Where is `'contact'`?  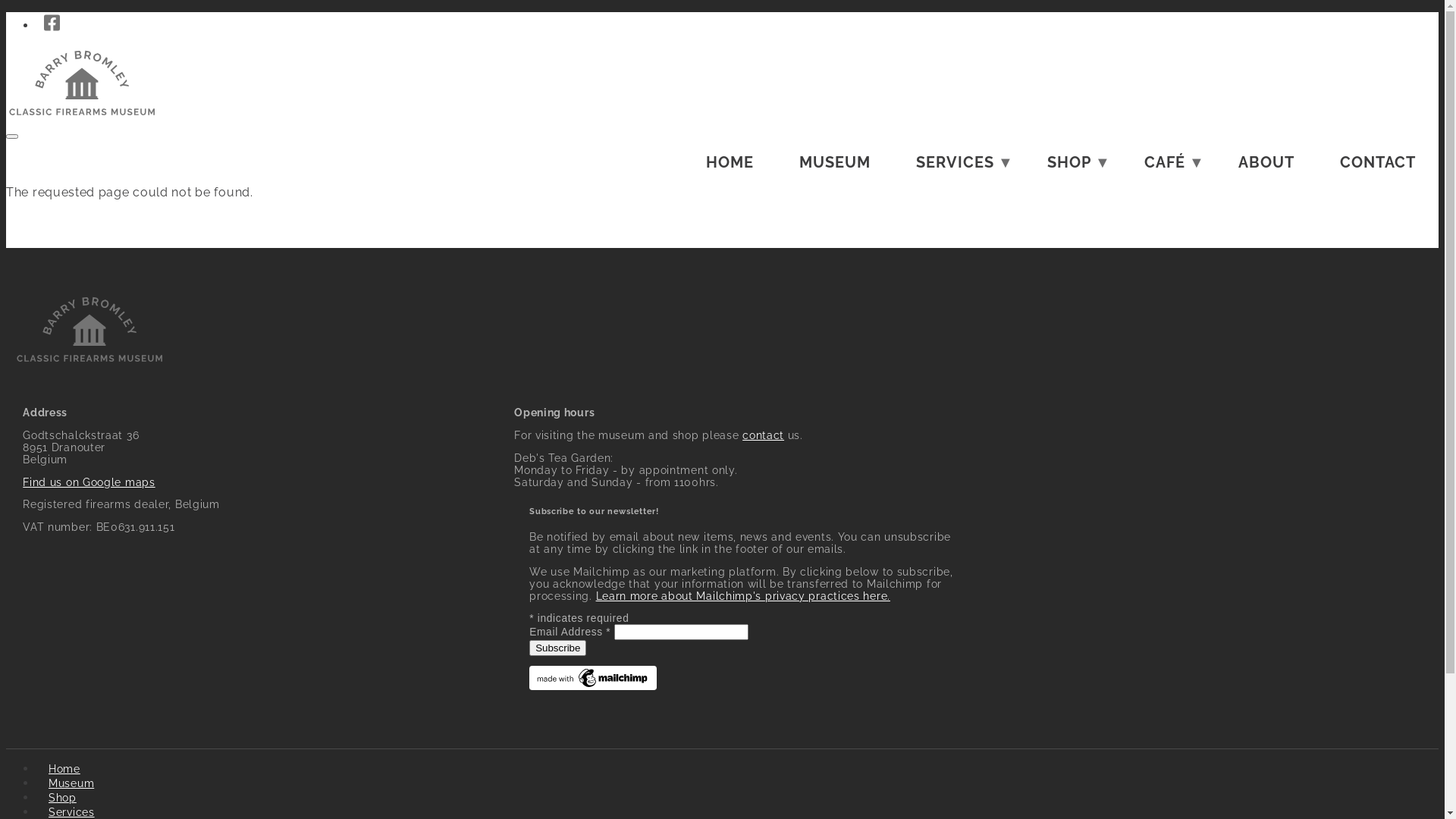
'contact' is located at coordinates (763, 435).